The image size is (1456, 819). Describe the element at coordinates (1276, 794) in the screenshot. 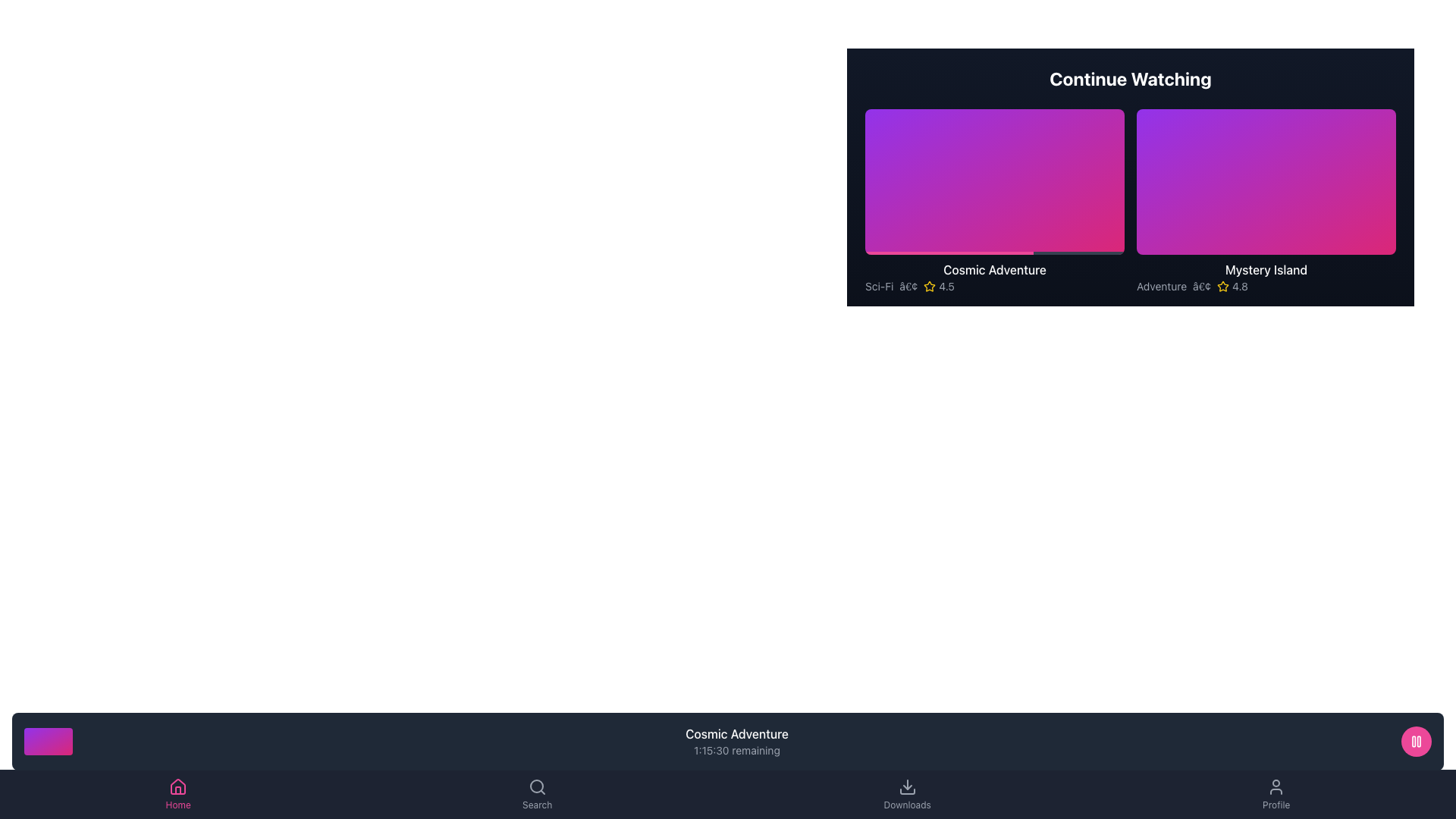

I see `the button with a user silhouette icon and 'Profile' label located in the bottom navigation bar on the far-right side` at that location.